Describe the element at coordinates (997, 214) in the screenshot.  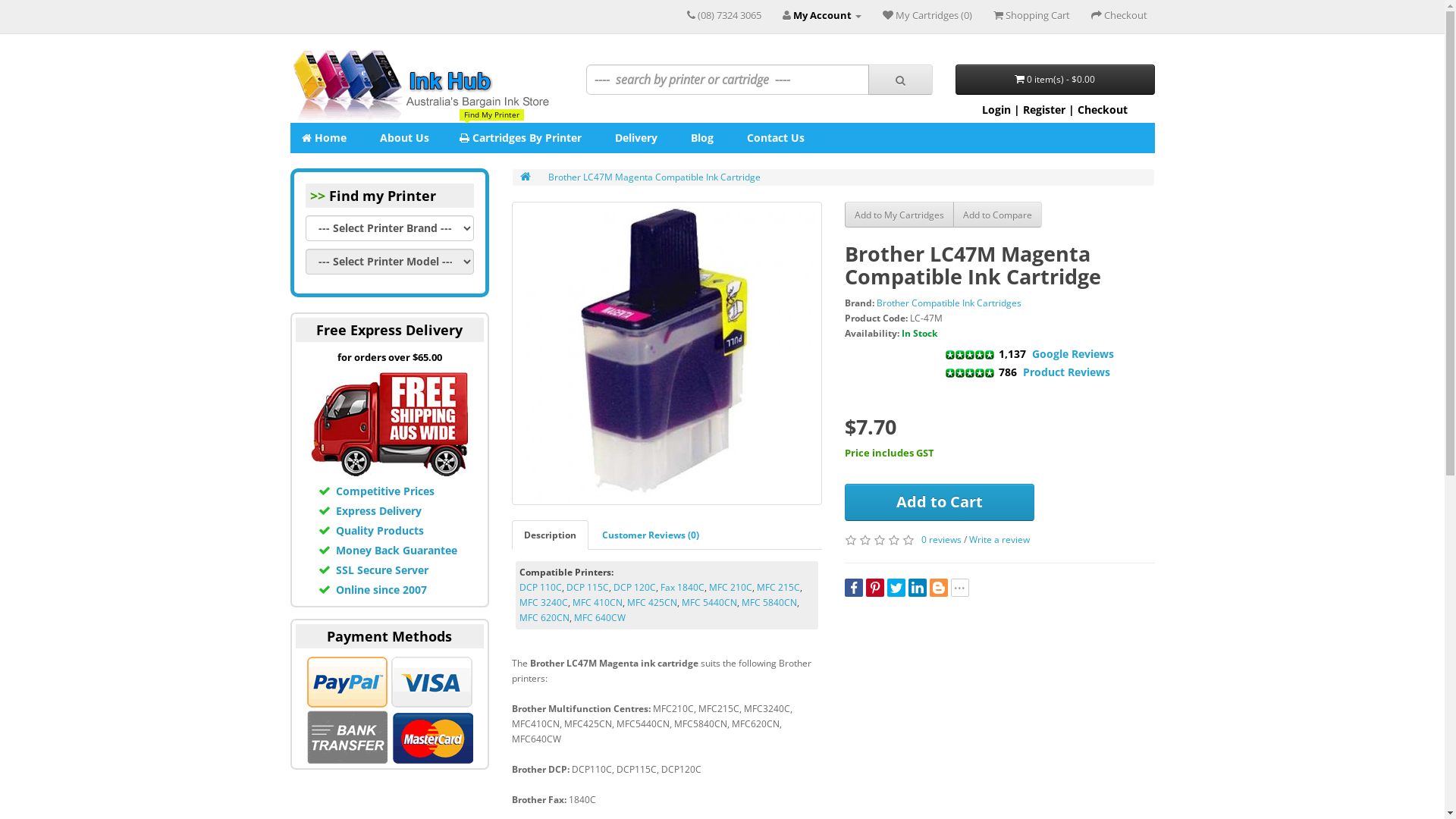
I see `'Add to Compare'` at that location.